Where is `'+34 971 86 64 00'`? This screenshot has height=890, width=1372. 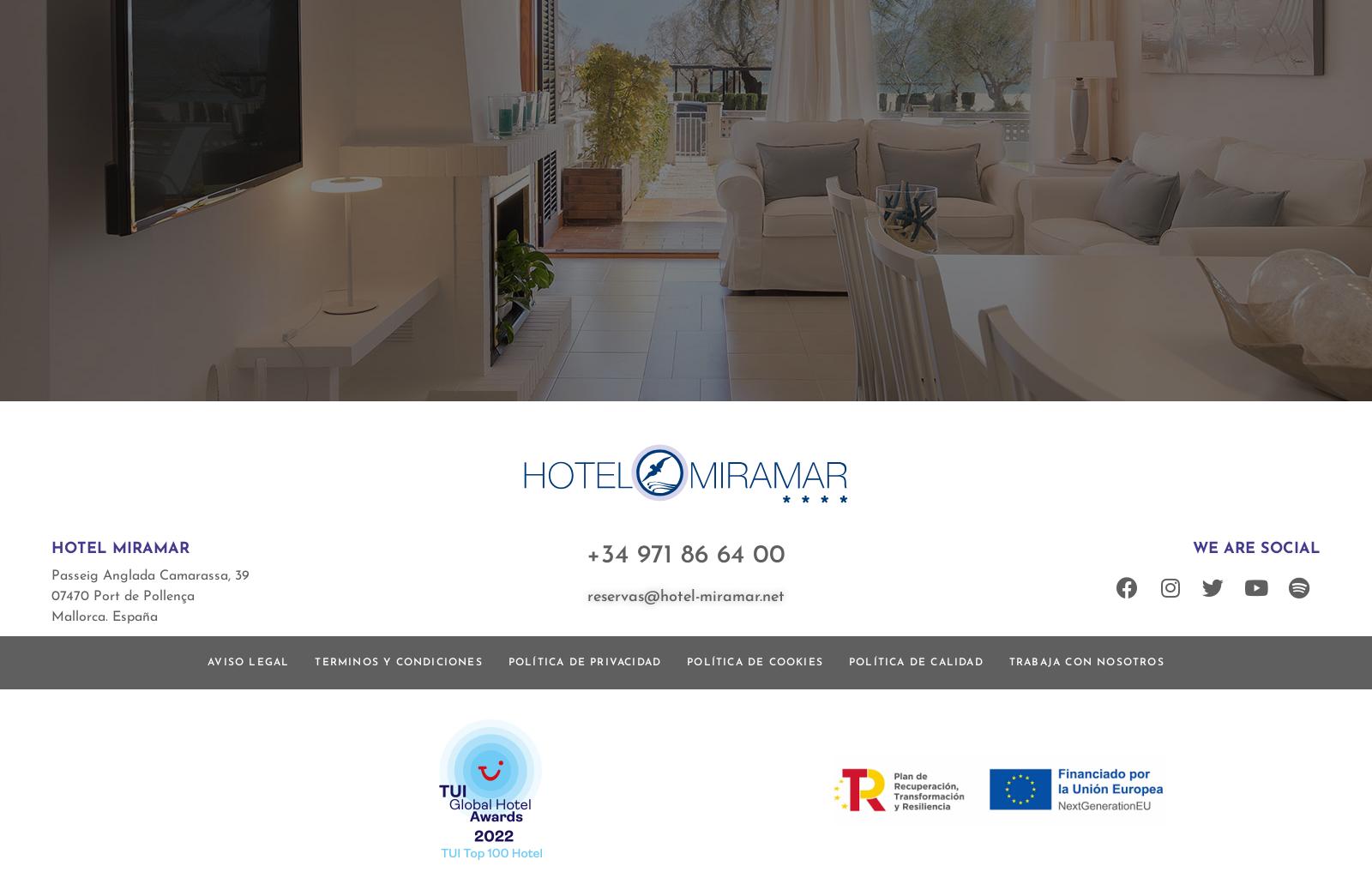 '+34 971 86 64 00' is located at coordinates (685, 555).